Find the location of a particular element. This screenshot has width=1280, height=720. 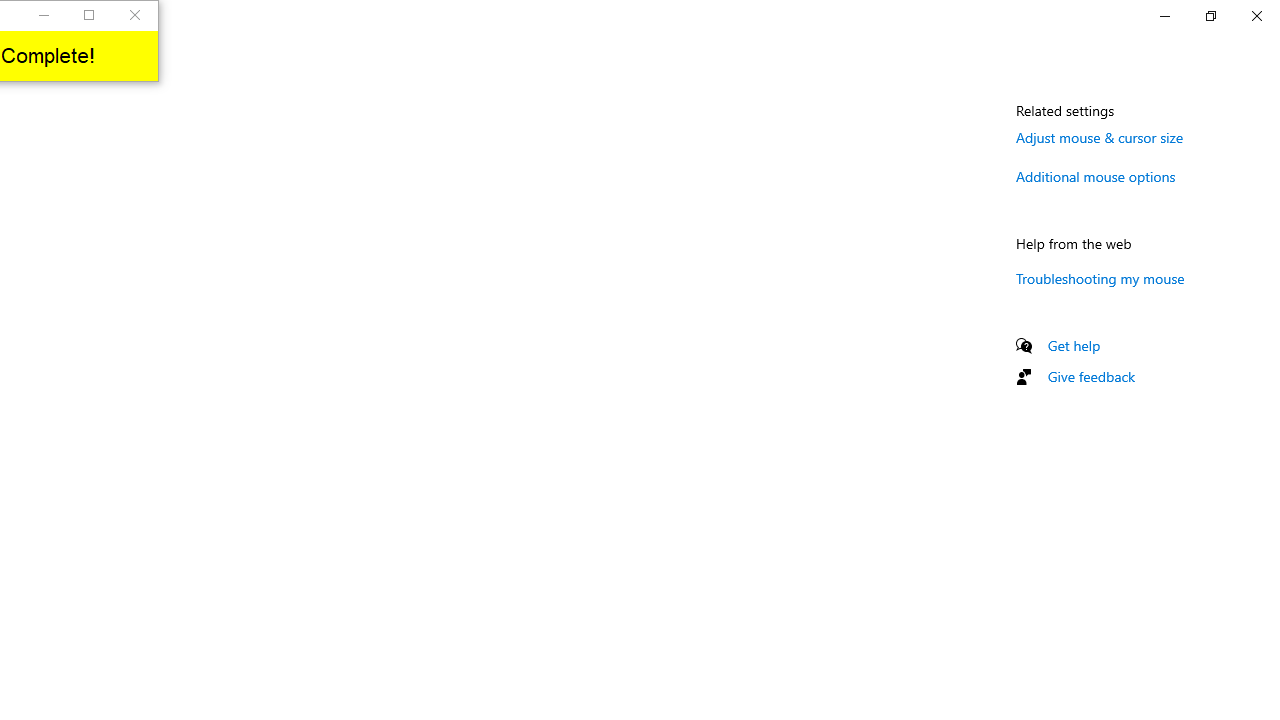

'Adjust mouse & cursor size' is located at coordinates (1099, 136).